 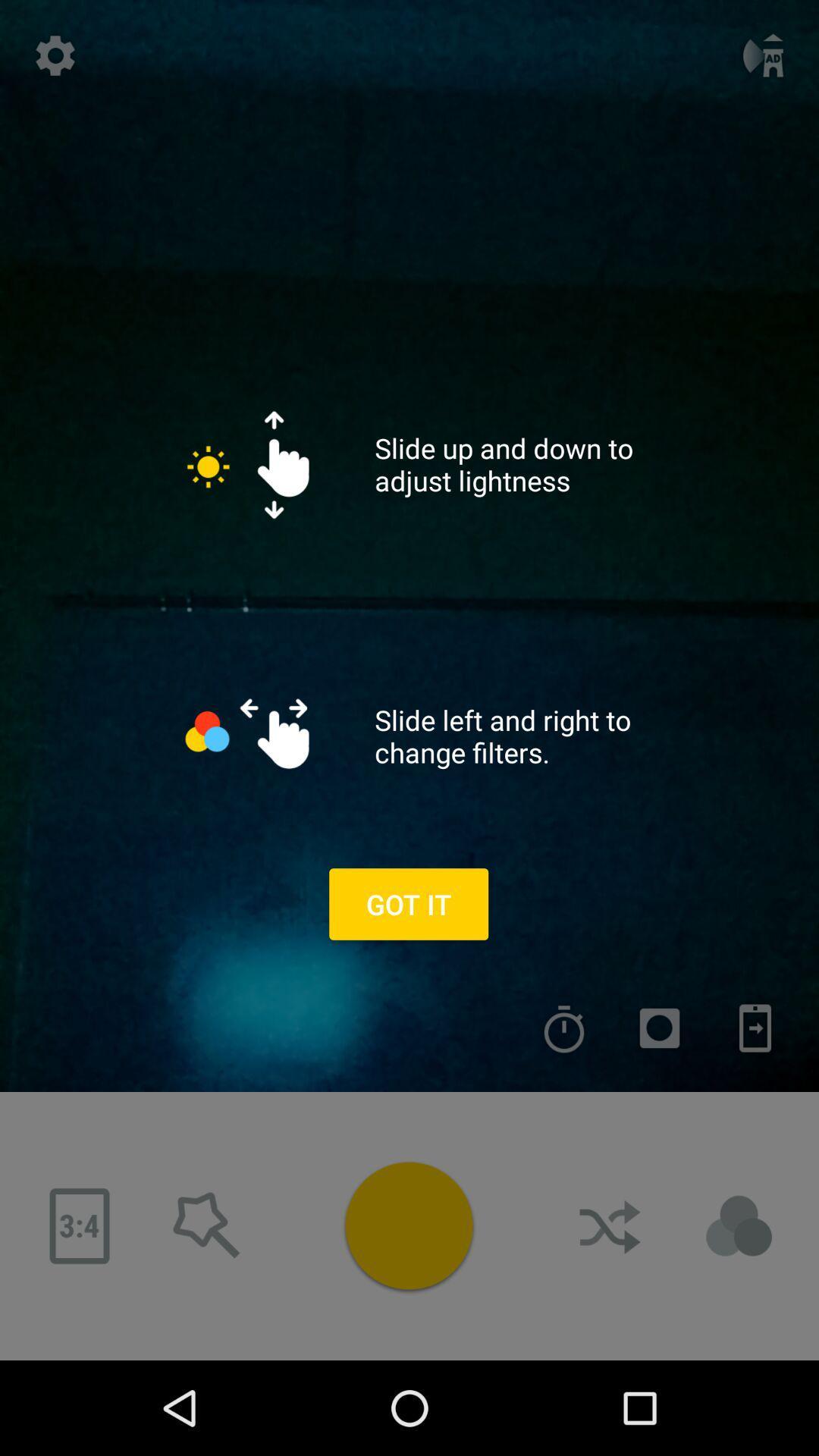 I want to click on button, so click(x=408, y=1225).